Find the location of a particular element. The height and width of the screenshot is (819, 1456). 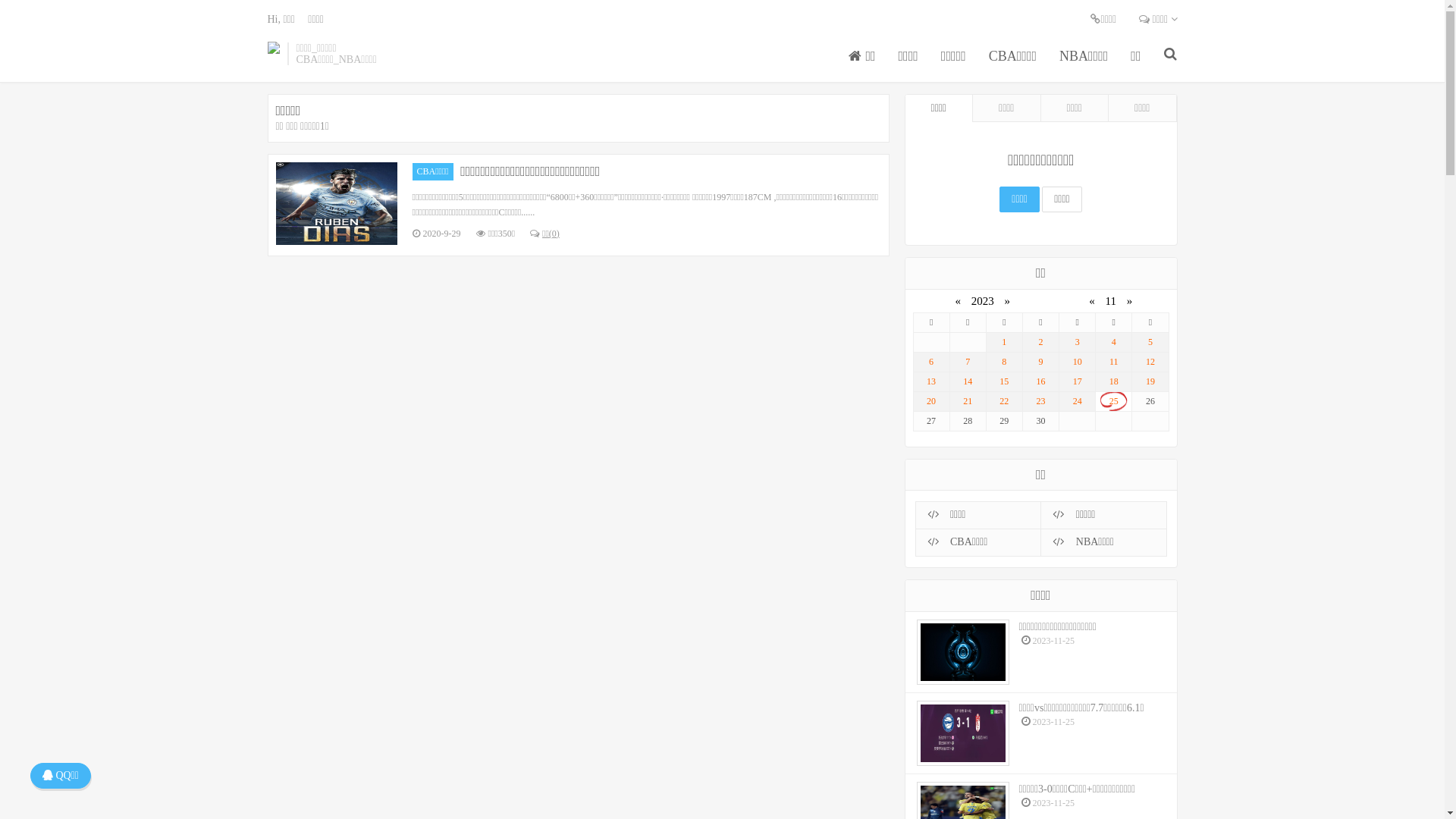

'10' is located at coordinates (1076, 362).